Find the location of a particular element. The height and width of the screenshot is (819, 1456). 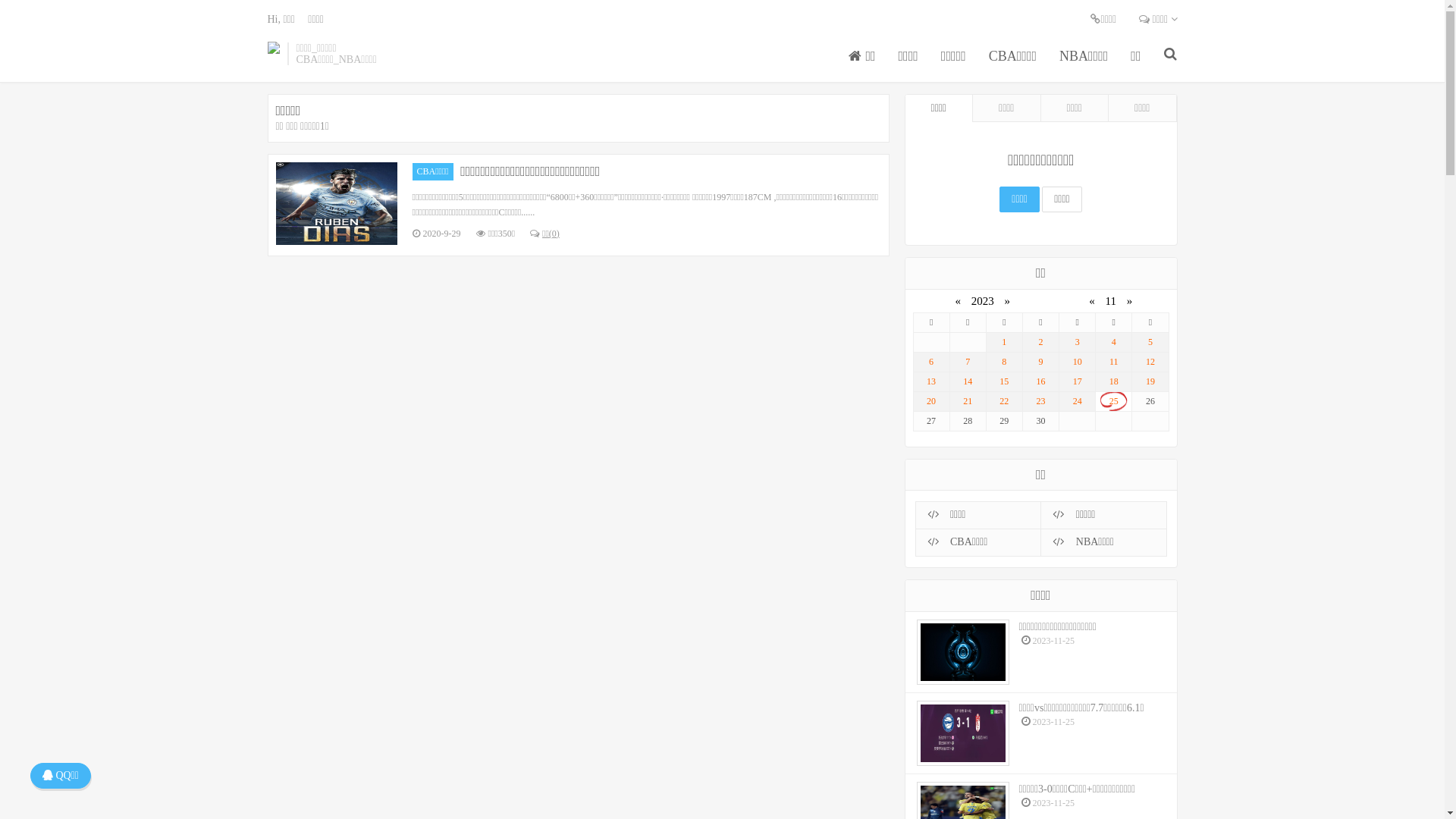

'10' is located at coordinates (1076, 362).